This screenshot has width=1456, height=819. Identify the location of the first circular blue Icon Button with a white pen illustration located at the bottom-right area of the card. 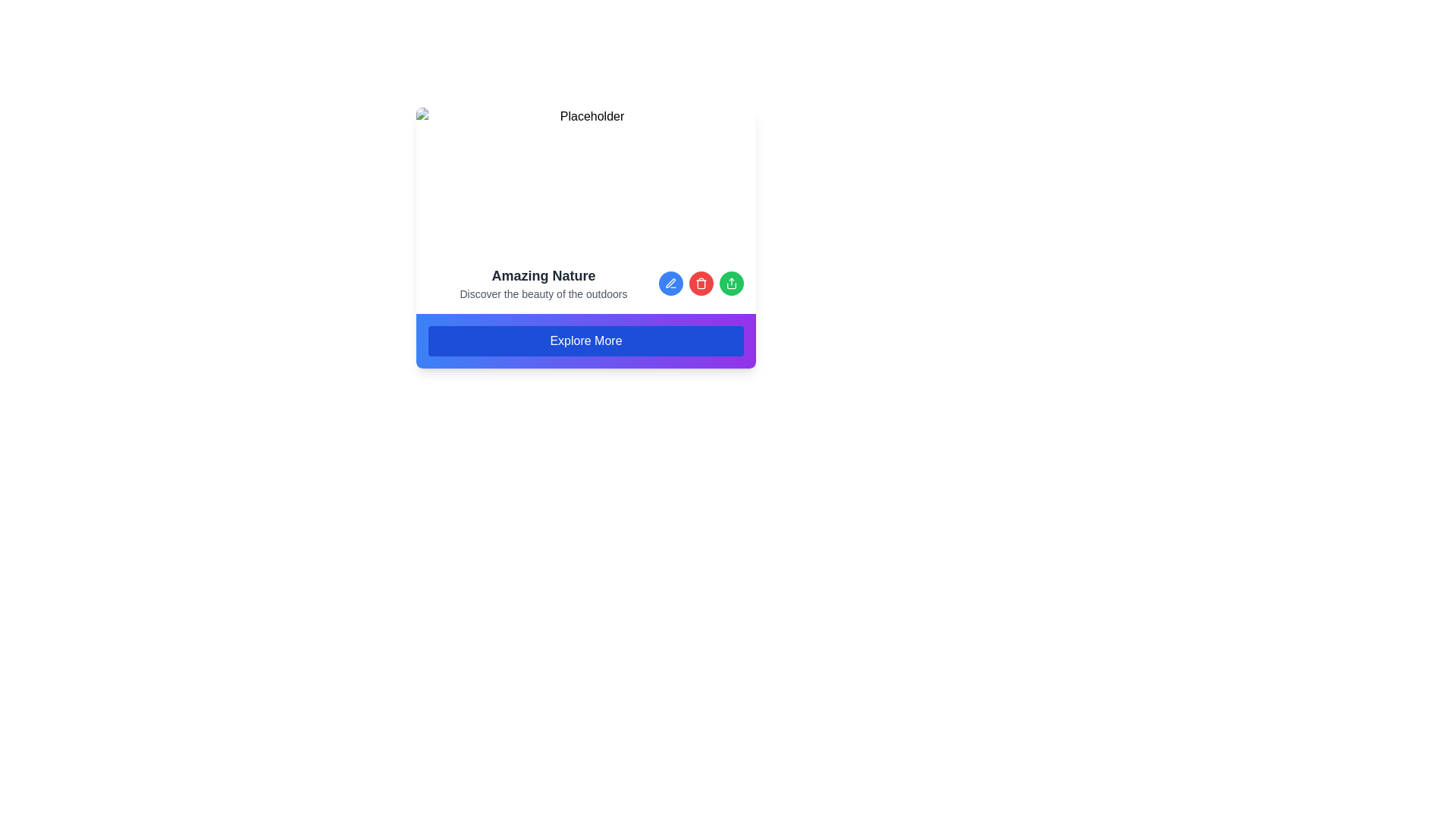
(670, 284).